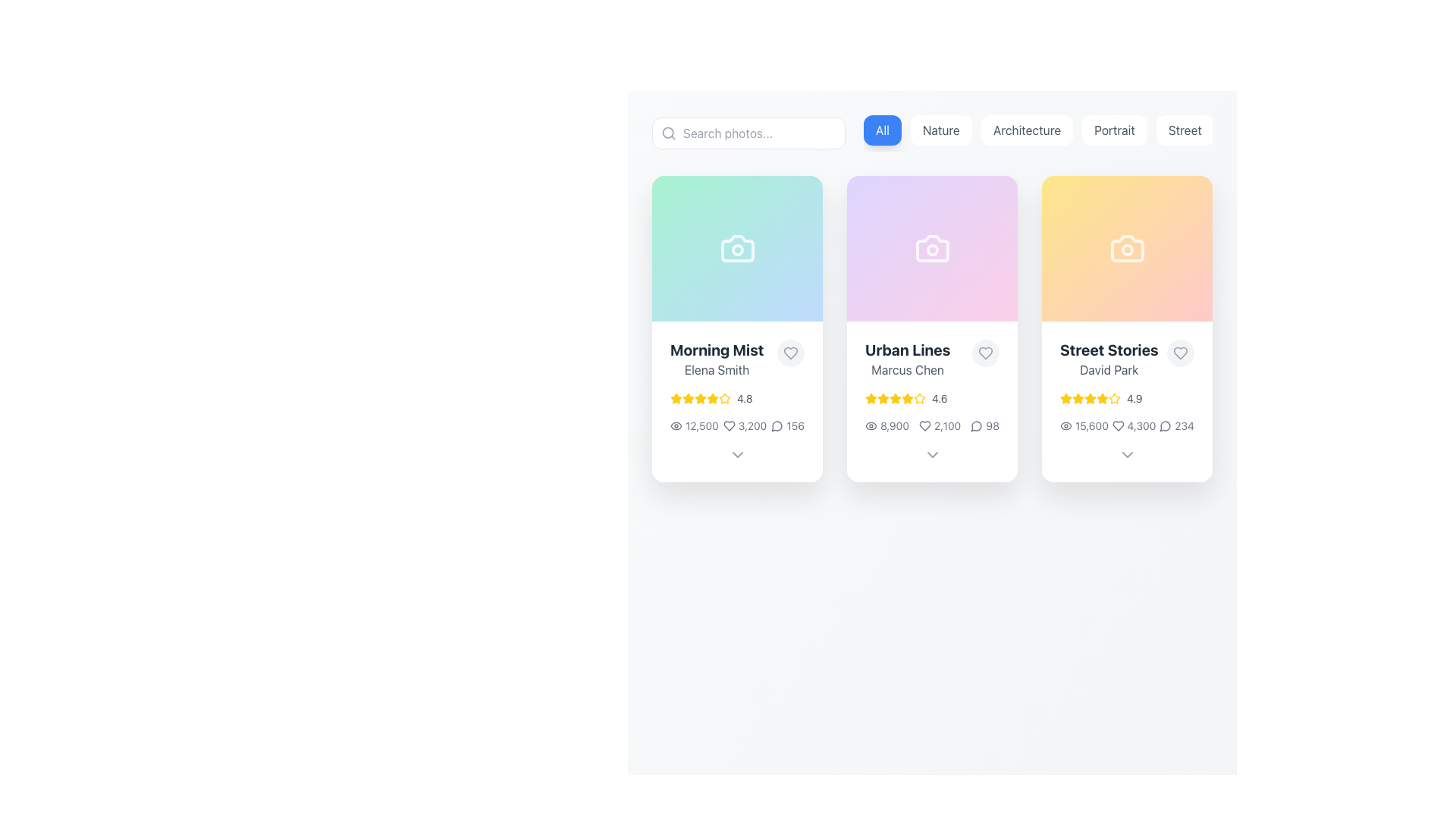  What do you see at coordinates (723, 397) in the screenshot?
I see `the fifth yellow star icon with rounded edges and a hollow interior, located next to the textual rating value in the rating display of the Morning Mist card` at bounding box center [723, 397].